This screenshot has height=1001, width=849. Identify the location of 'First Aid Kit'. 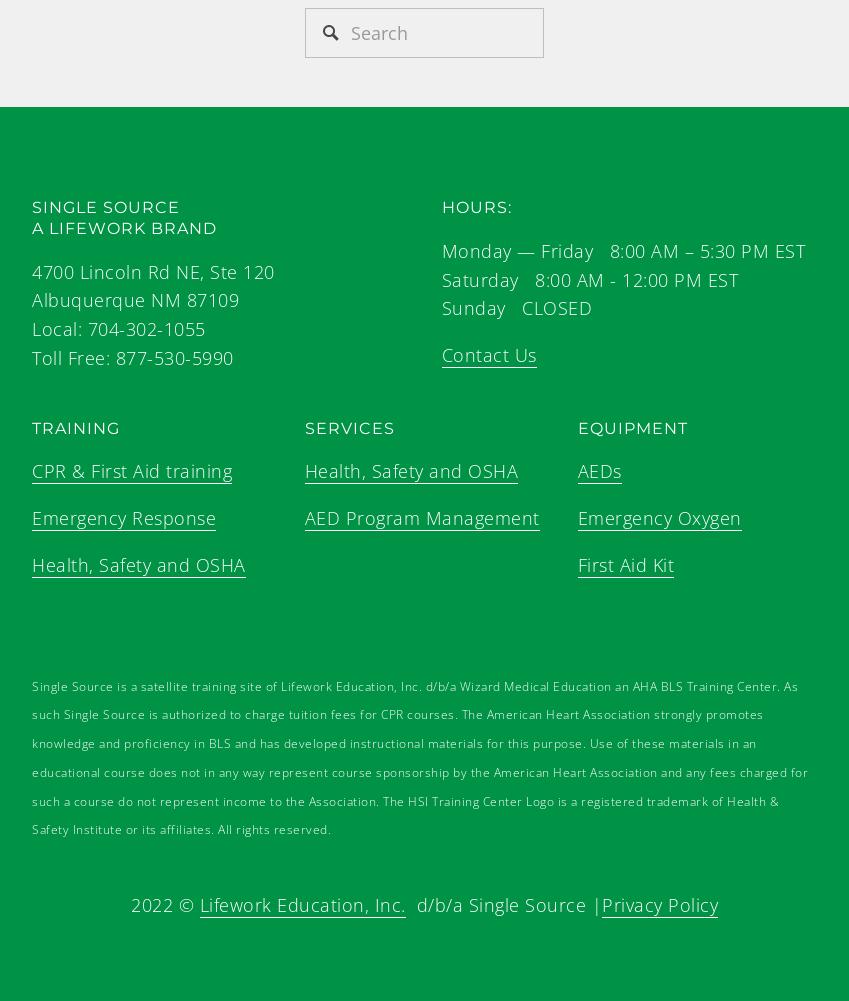
(625, 562).